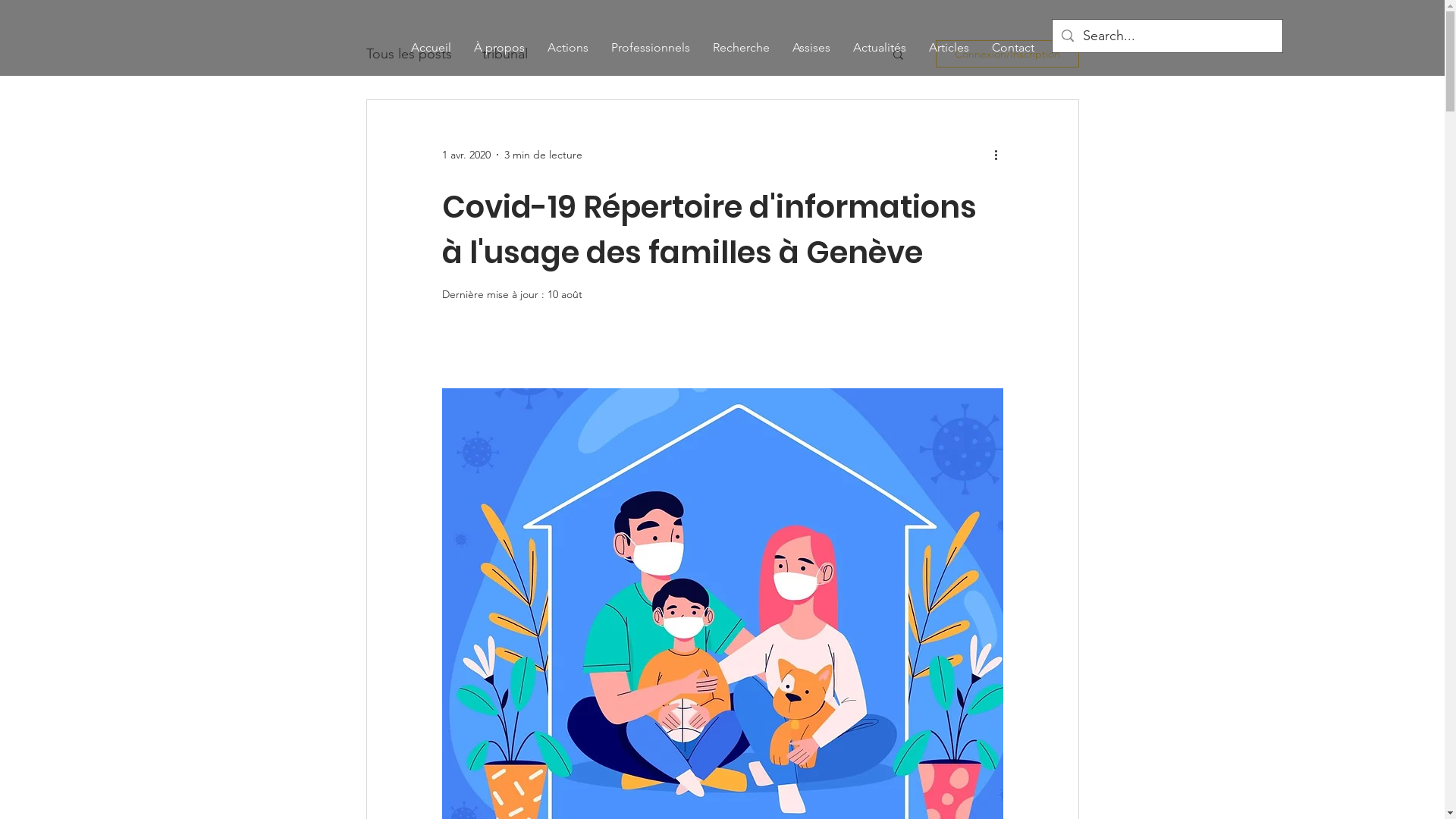 The height and width of the screenshot is (819, 1456). I want to click on 'Accueil', so click(429, 46).